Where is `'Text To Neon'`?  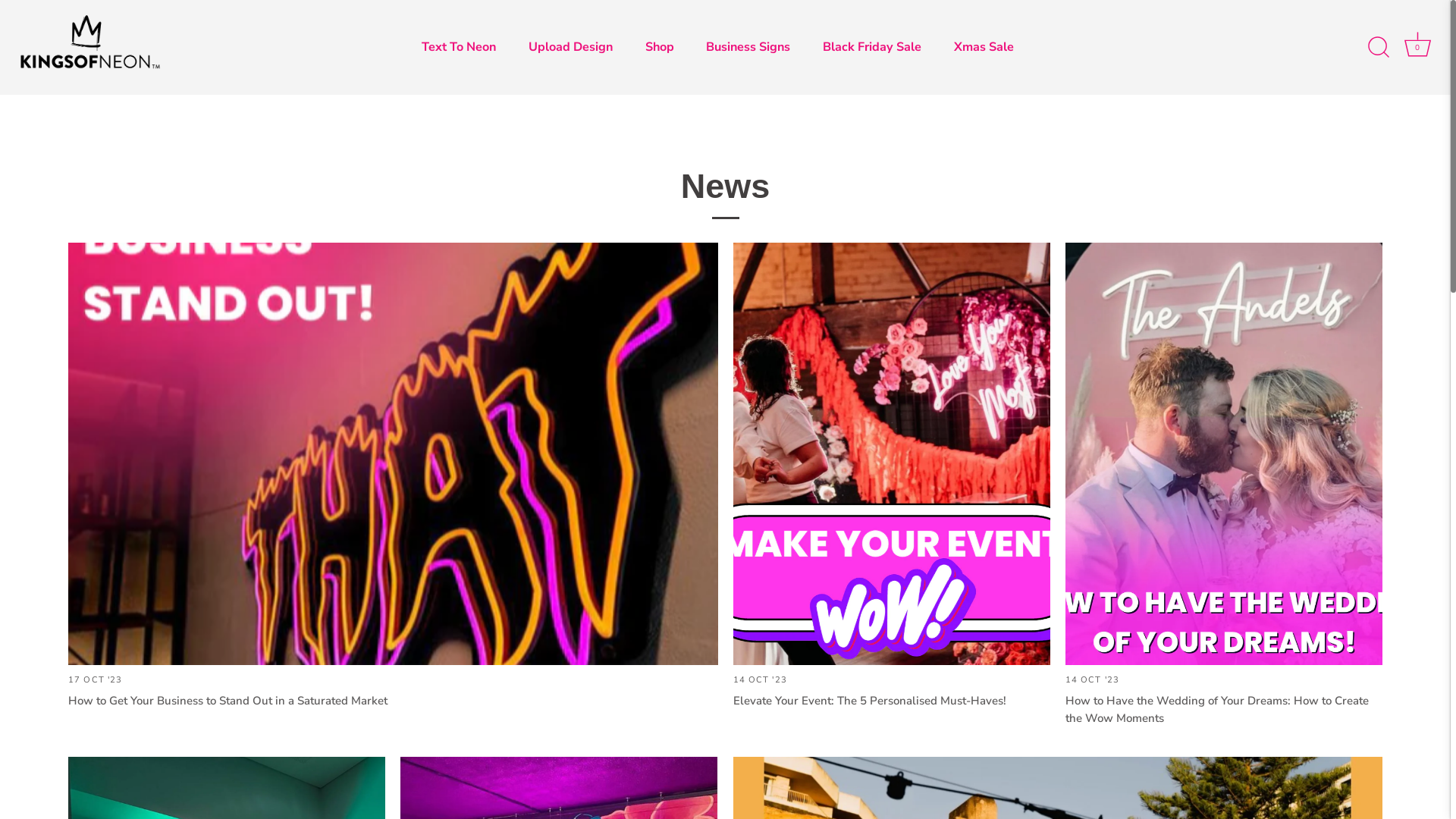
'Text To Neon' is located at coordinates (457, 46).